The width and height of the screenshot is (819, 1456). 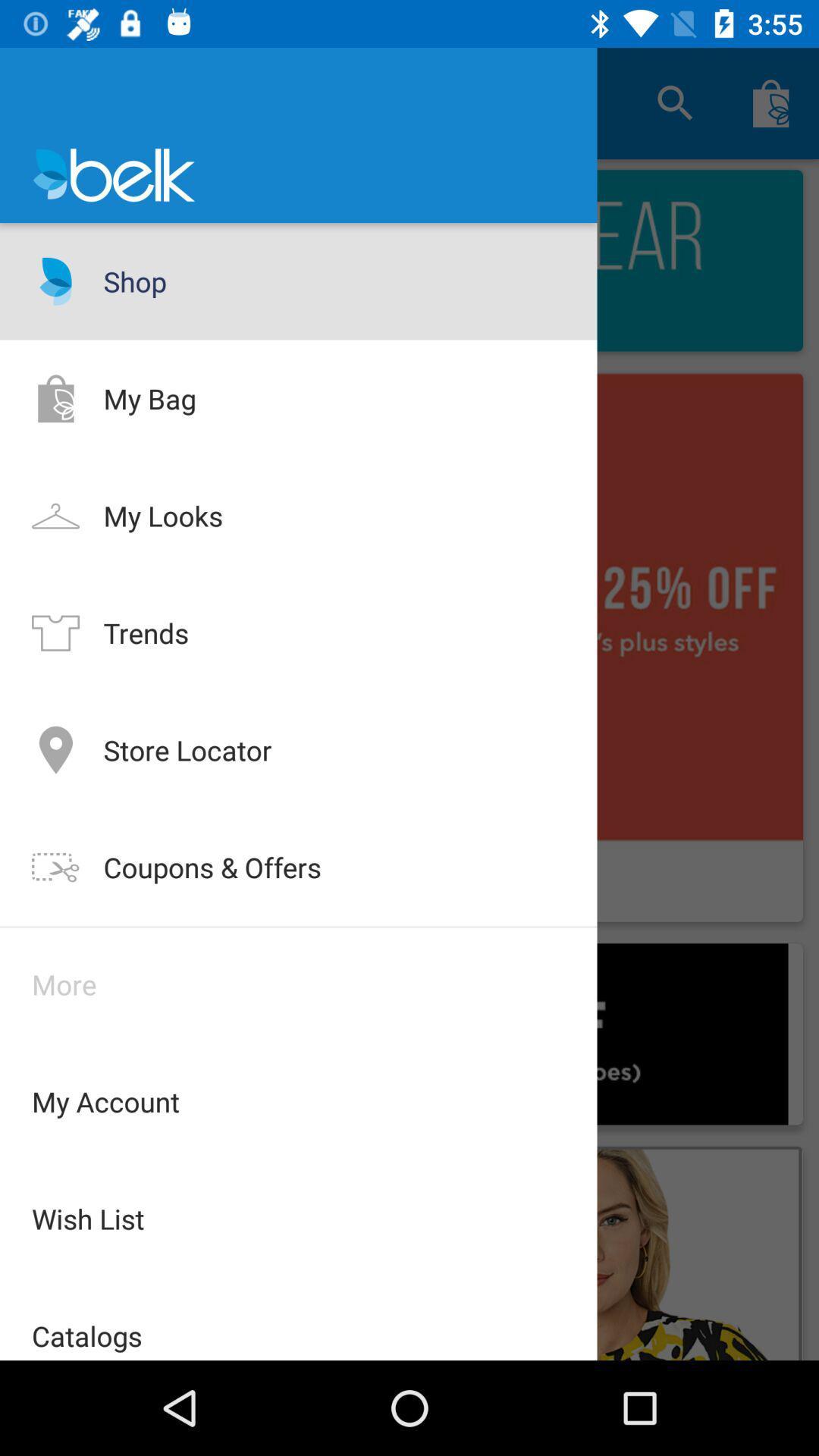 What do you see at coordinates (55, 632) in the screenshot?
I see `the trends icon` at bounding box center [55, 632].